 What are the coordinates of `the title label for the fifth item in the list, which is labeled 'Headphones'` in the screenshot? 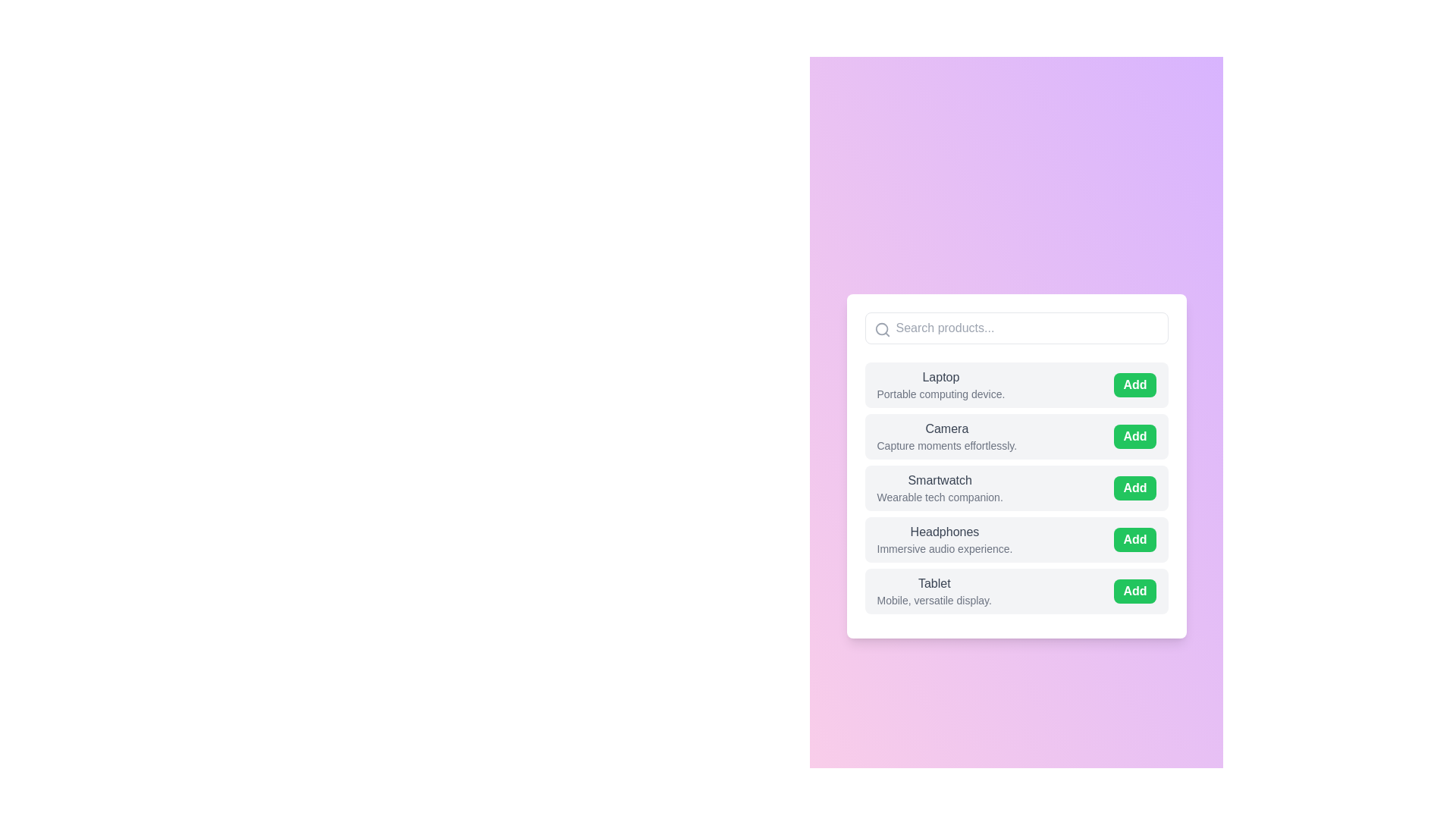 It's located at (934, 583).